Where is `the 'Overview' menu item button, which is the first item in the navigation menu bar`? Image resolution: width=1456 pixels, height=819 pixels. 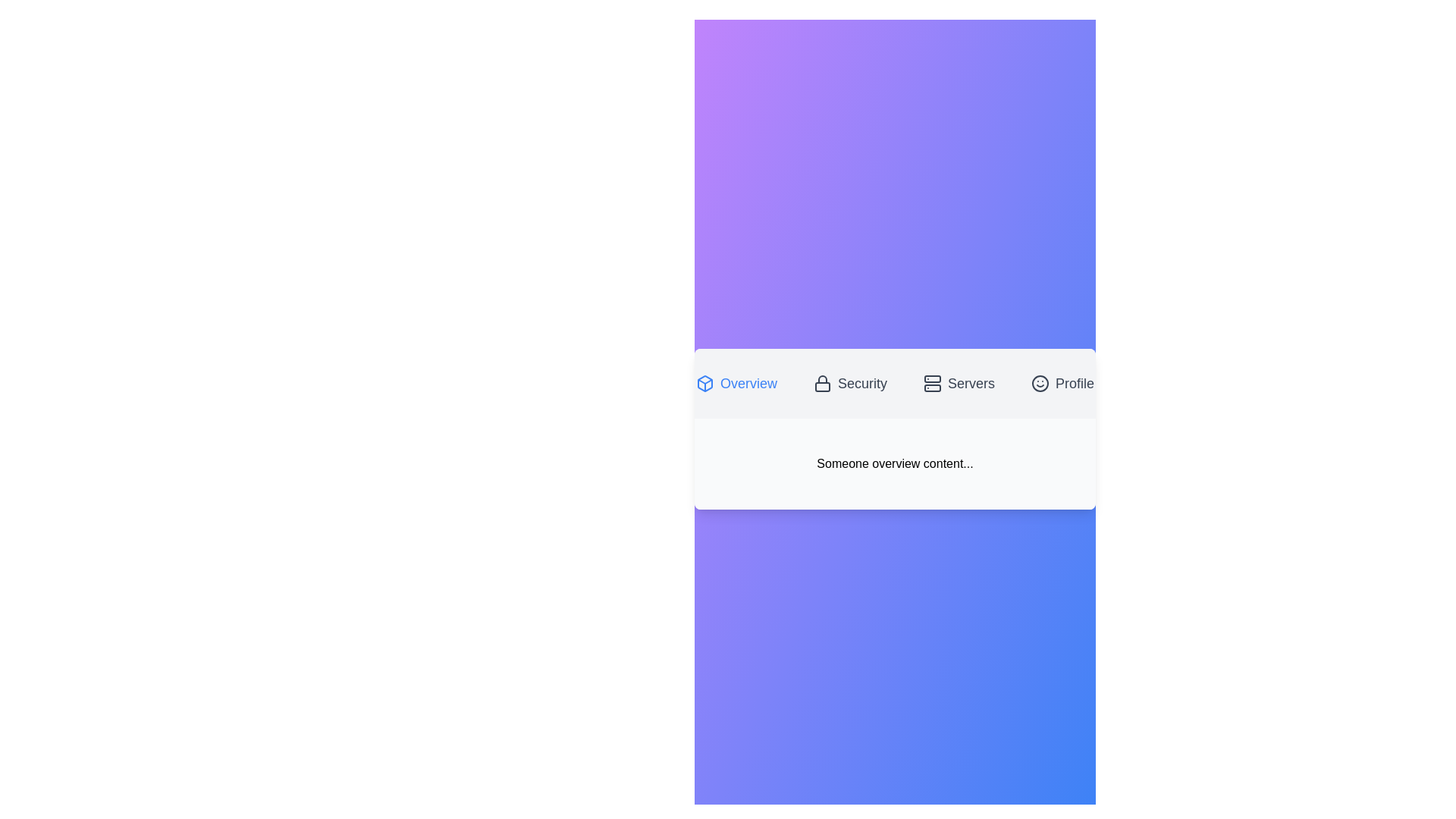 the 'Overview' menu item button, which is the first item in the navigation menu bar is located at coordinates (736, 382).